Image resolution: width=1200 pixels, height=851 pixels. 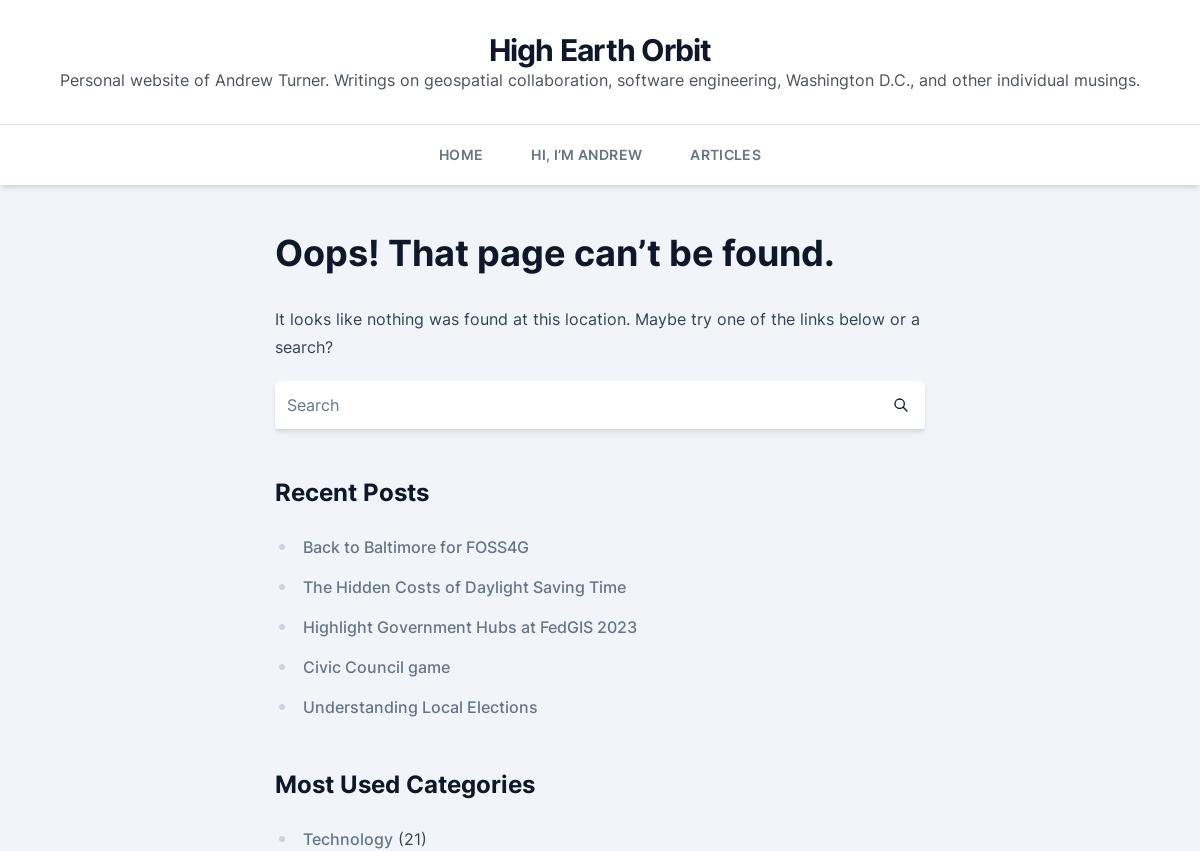 What do you see at coordinates (600, 78) in the screenshot?
I see `'Personal website of Andrew Turner. Writings on geospatial collaboration, software engineering, Washington D.C., and other individual musings.'` at bounding box center [600, 78].